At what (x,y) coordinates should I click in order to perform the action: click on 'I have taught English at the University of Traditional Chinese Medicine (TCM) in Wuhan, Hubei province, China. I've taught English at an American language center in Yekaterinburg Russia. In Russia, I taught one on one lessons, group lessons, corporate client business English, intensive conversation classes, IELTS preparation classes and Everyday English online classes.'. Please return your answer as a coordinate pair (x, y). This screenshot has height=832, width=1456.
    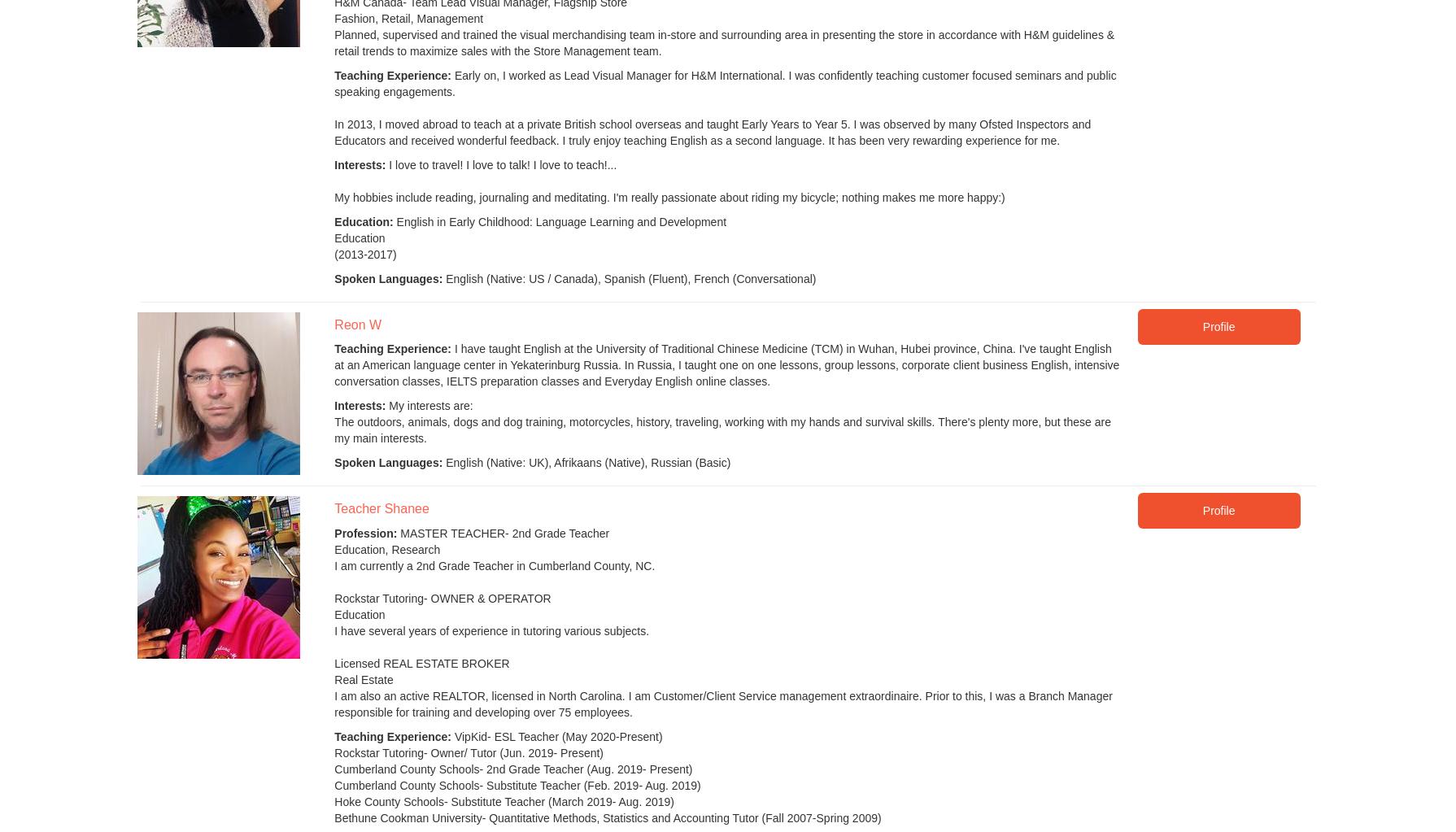
    Looking at the image, I should click on (726, 364).